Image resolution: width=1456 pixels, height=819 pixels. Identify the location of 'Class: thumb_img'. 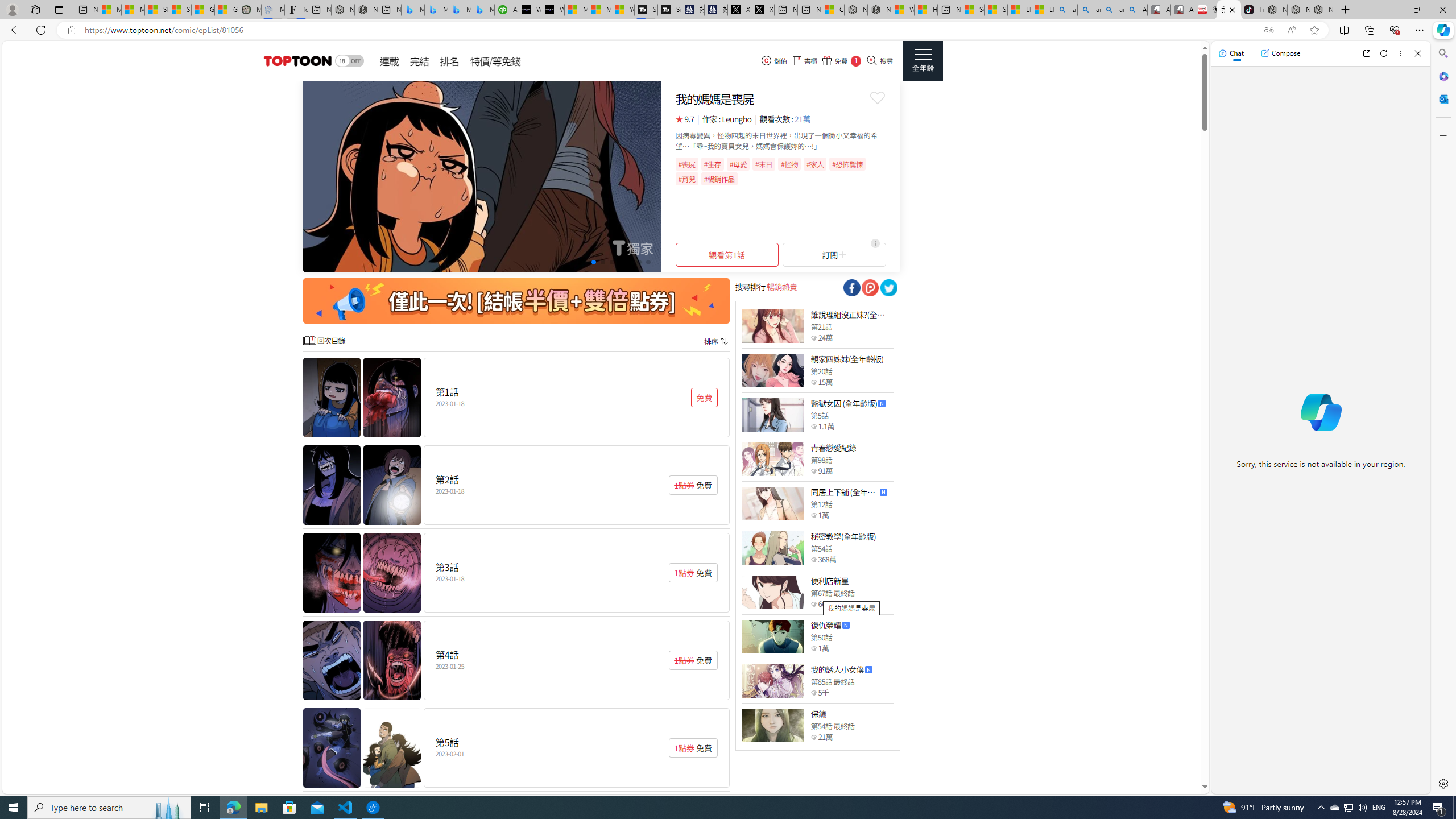
(772, 725).